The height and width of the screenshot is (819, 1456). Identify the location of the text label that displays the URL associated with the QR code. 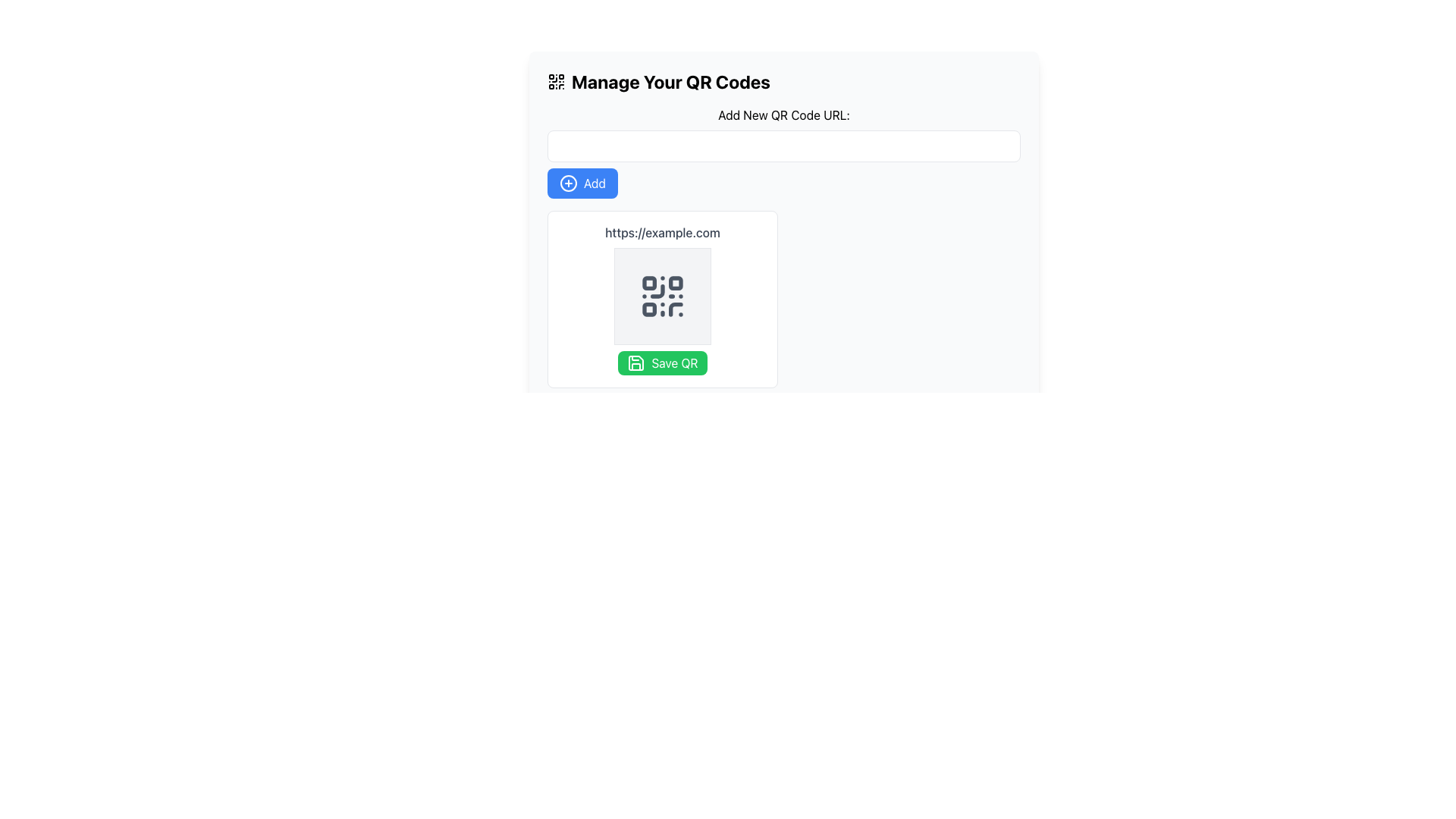
(662, 233).